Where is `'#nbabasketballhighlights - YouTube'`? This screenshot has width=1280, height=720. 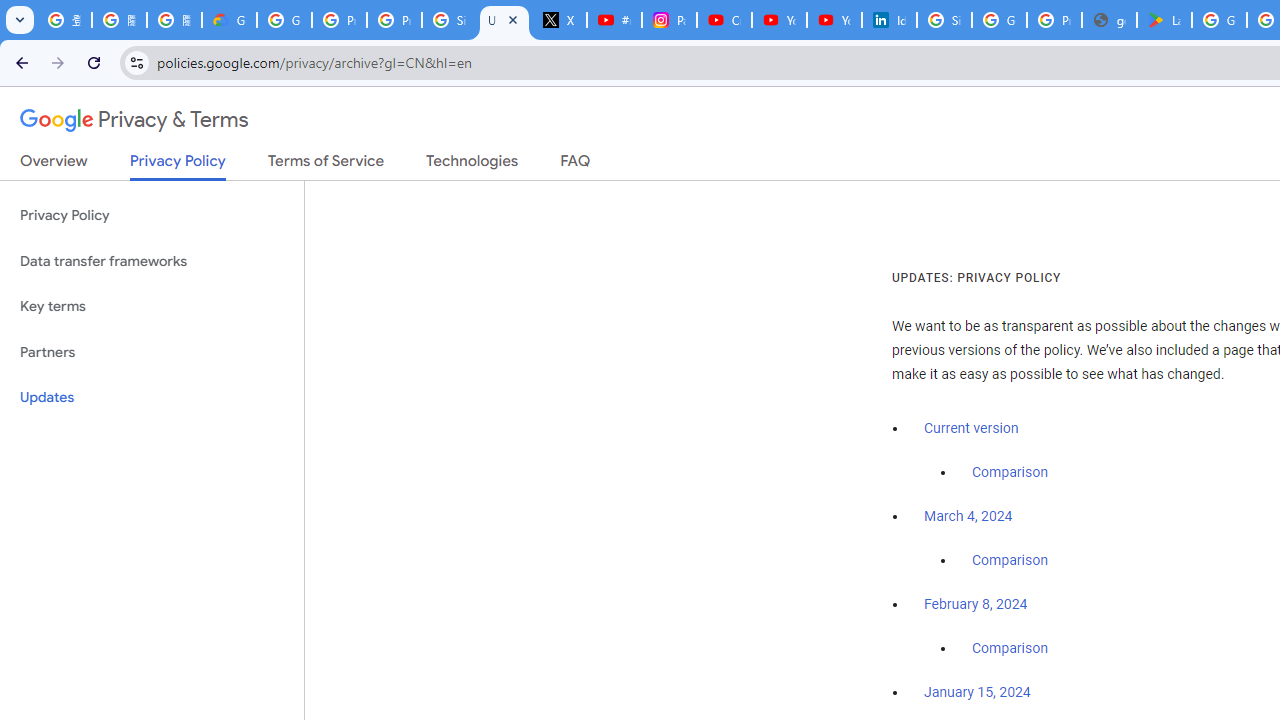 '#nbabasketballhighlights - YouTube' is located at coordinates (614, 20).